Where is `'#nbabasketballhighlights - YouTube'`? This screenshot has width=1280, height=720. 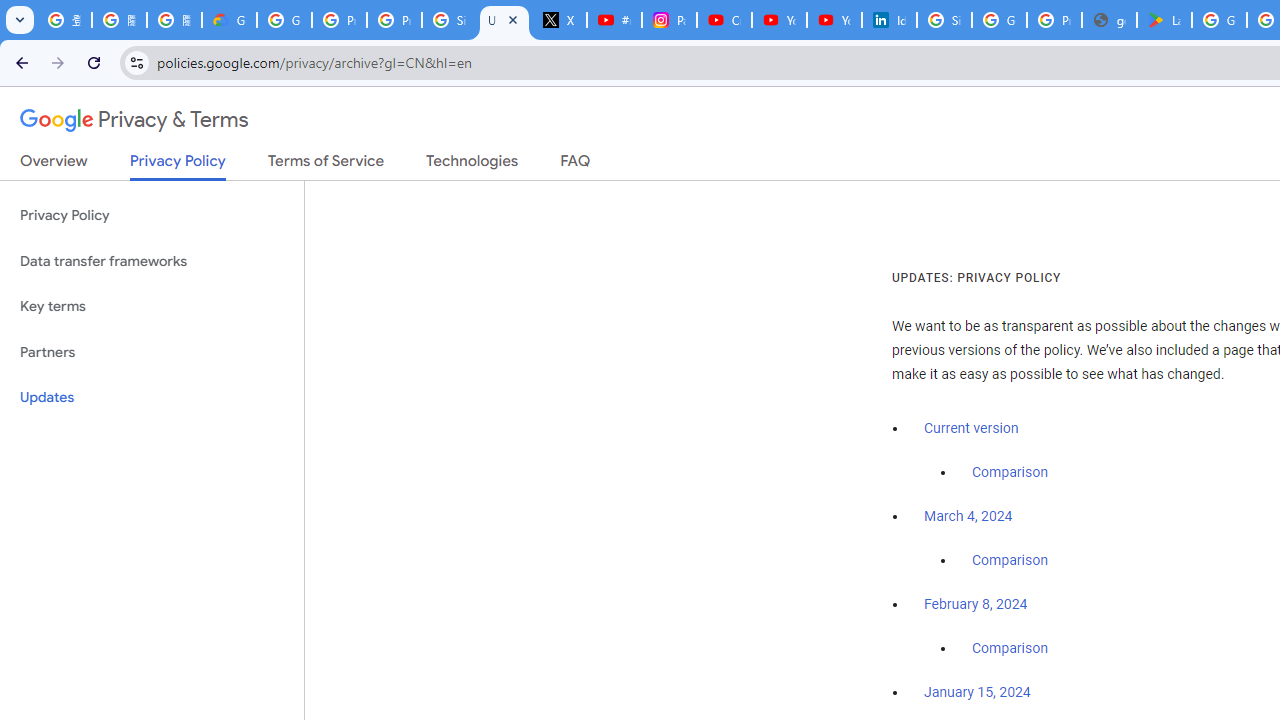 '#nbabasketballhighlights - YouTube' is located at coordinates (614, 20).